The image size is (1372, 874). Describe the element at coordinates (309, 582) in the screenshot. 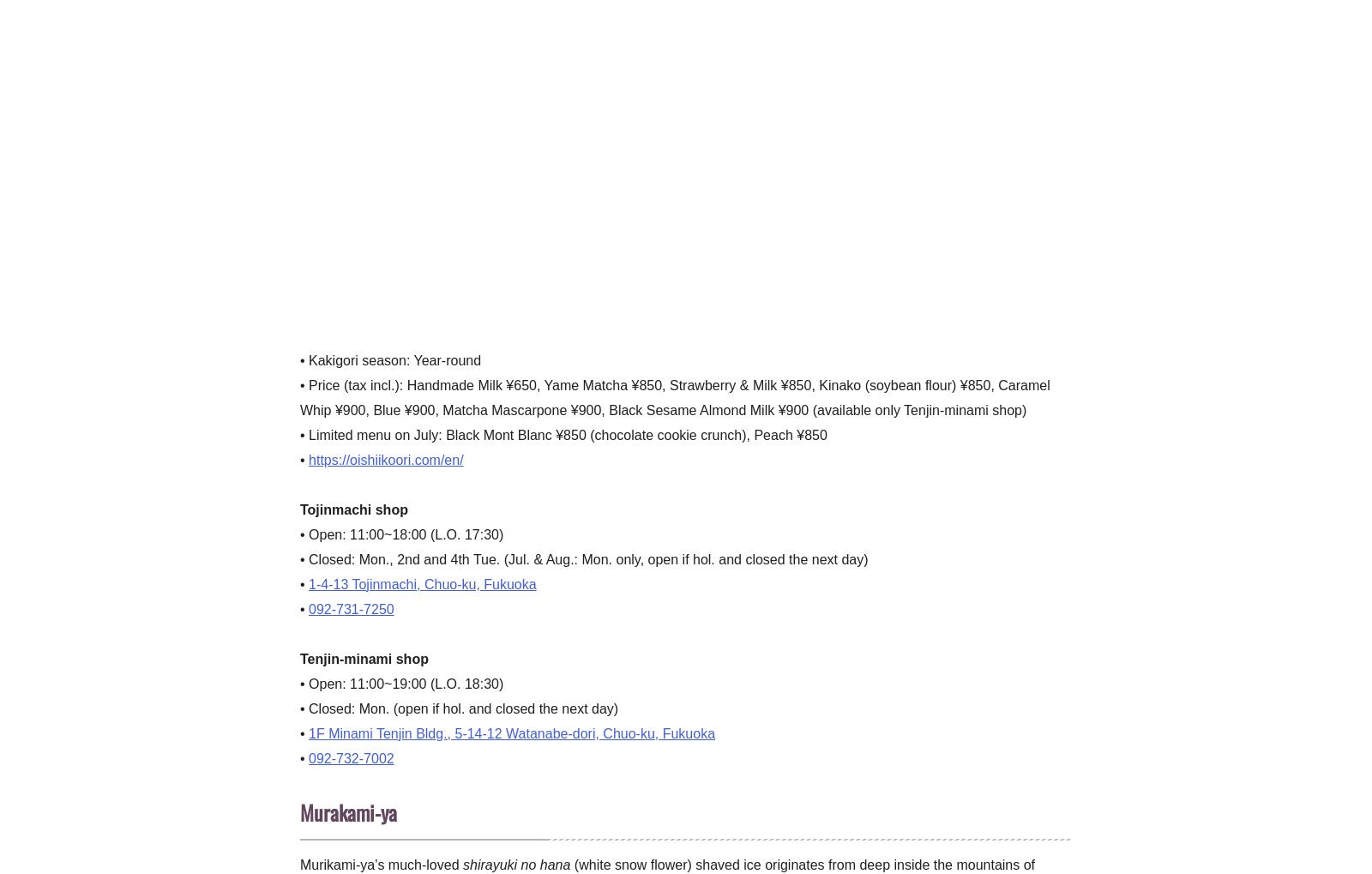

I see `'1-4-13 Tojinmachi, Chuo-ku, Fukuoka'` at that location.